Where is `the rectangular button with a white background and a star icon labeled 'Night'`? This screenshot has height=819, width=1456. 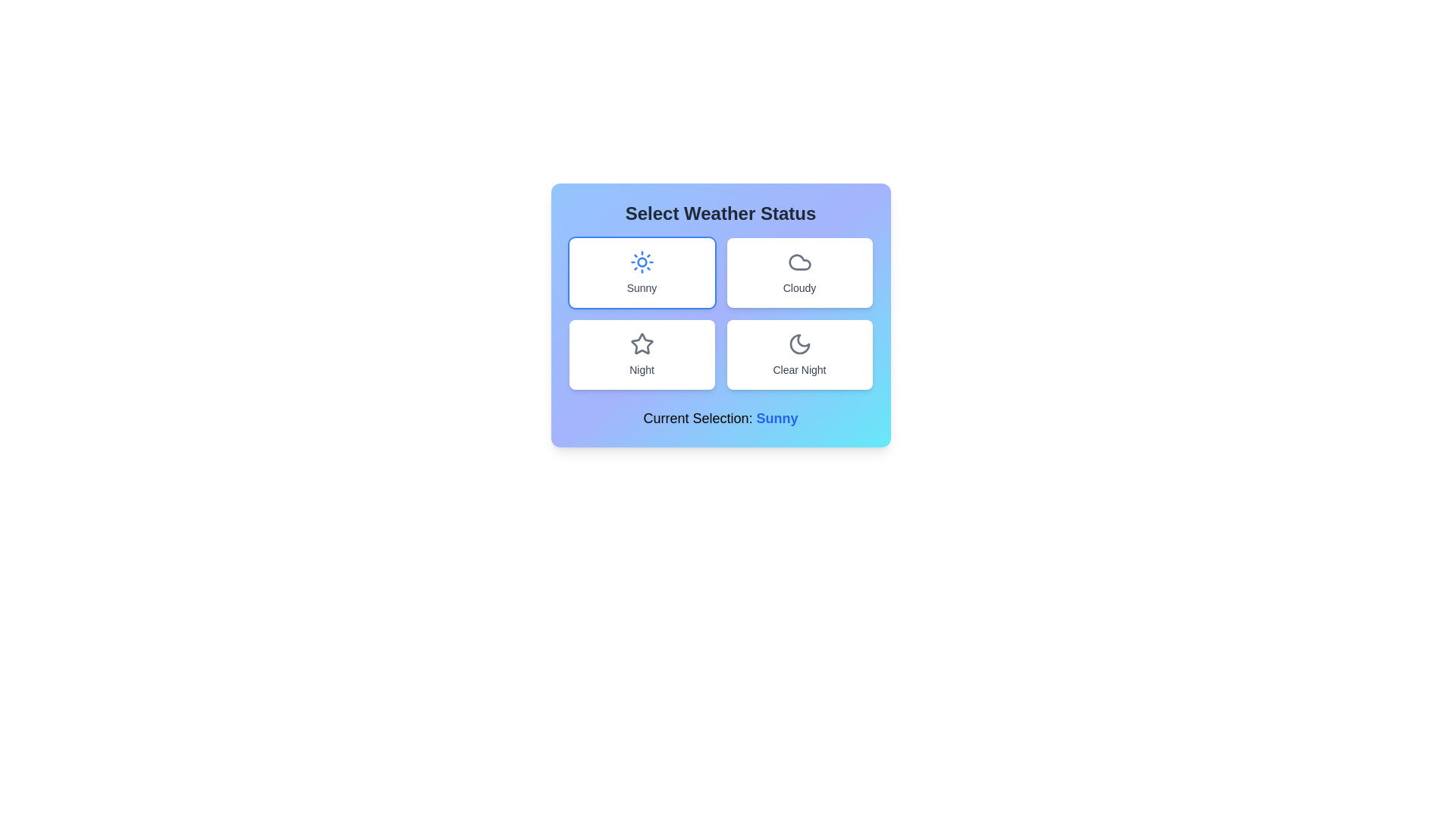 the rectangular button with a white background and a star icon labeled 'Night' is located at coordinates (642, 354).